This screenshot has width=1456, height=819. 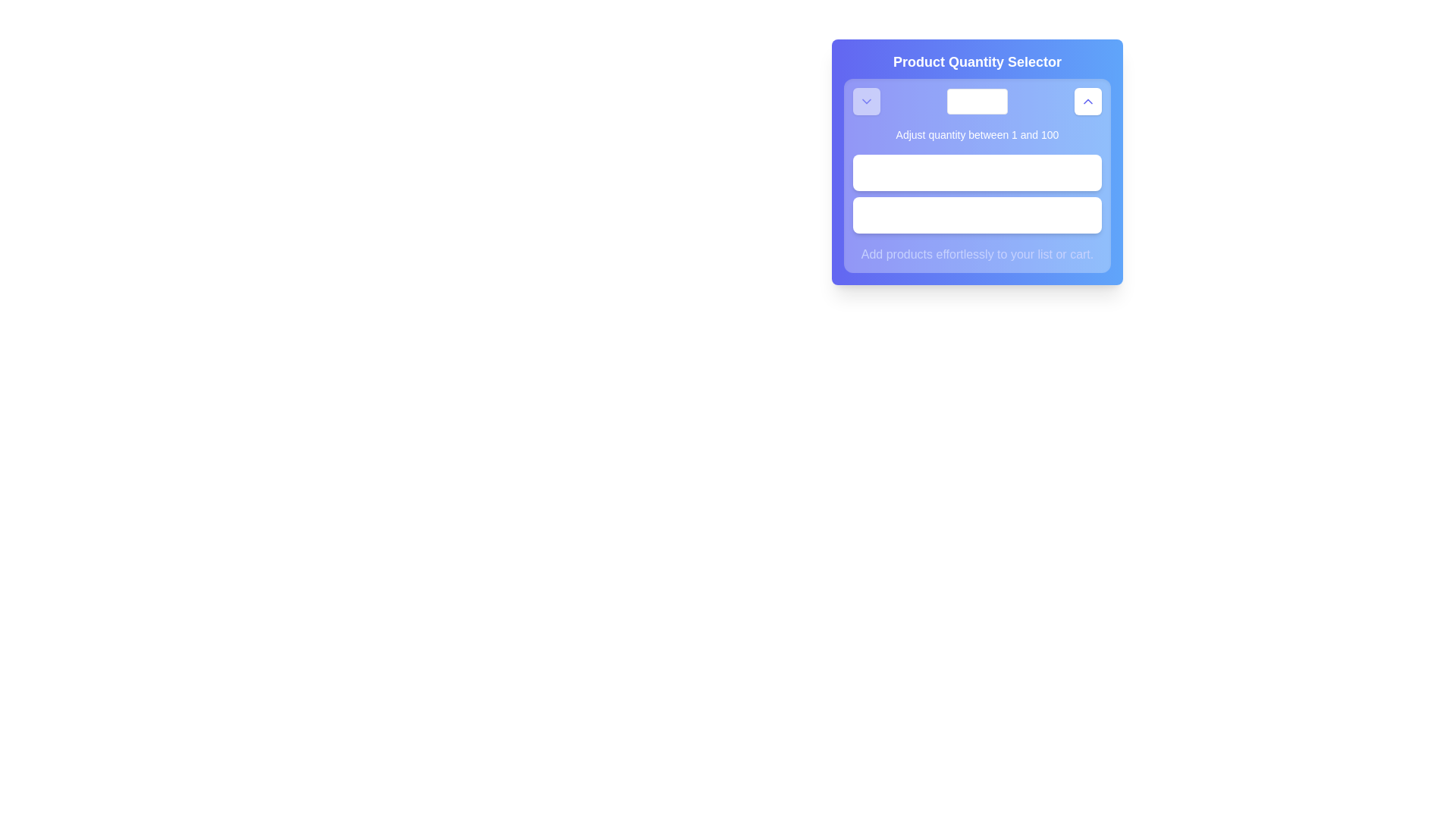 What do you see at coordinates (1087, 102) in the screenshot?
I see `the button with an icon that increases the quantity in the adjacent numeric input field for a custom behavior` at bounding box center [1087, 102].